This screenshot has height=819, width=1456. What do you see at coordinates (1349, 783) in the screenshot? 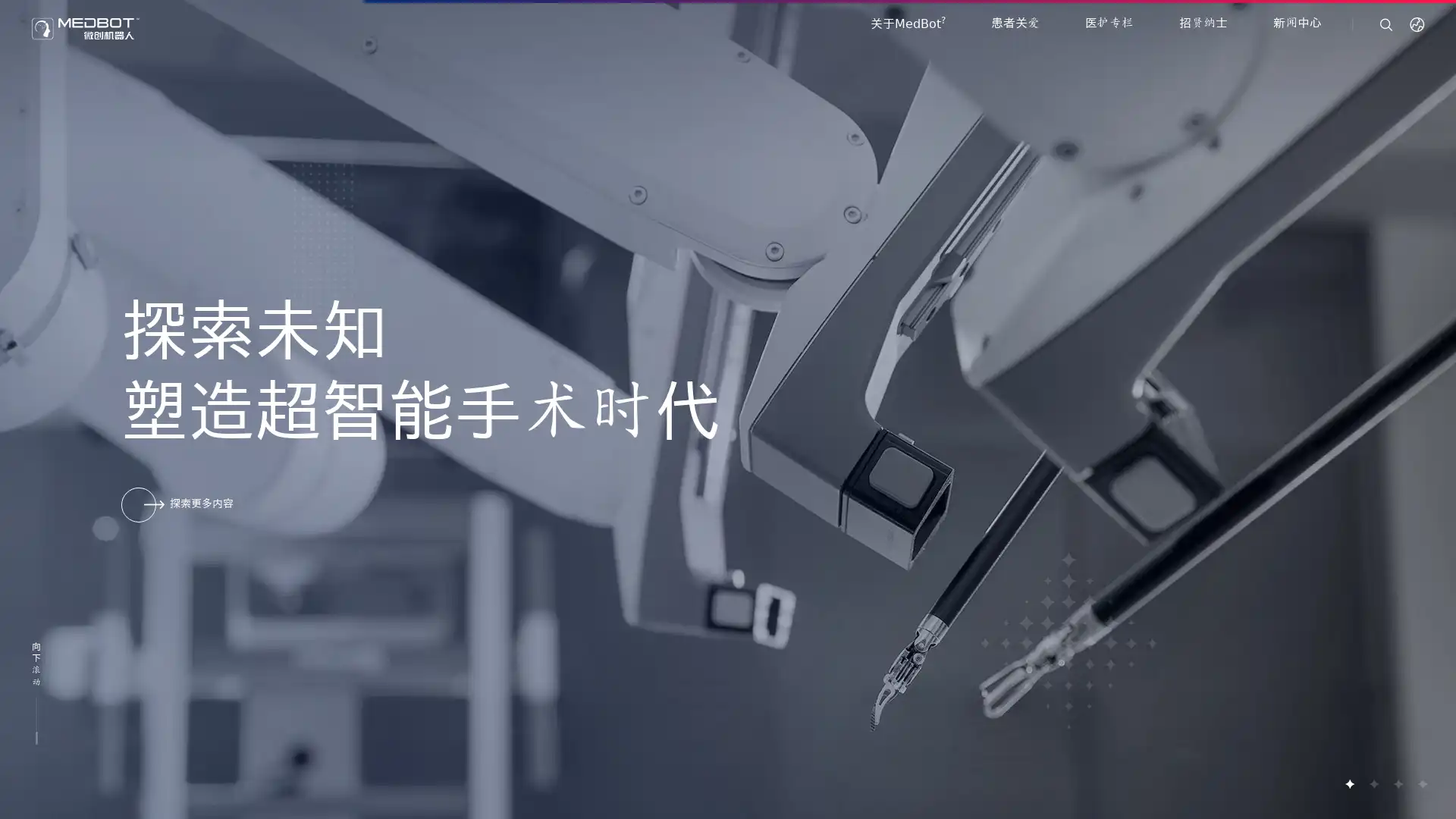
I see `Go to slide 1` at bounding box center [1349, 783].